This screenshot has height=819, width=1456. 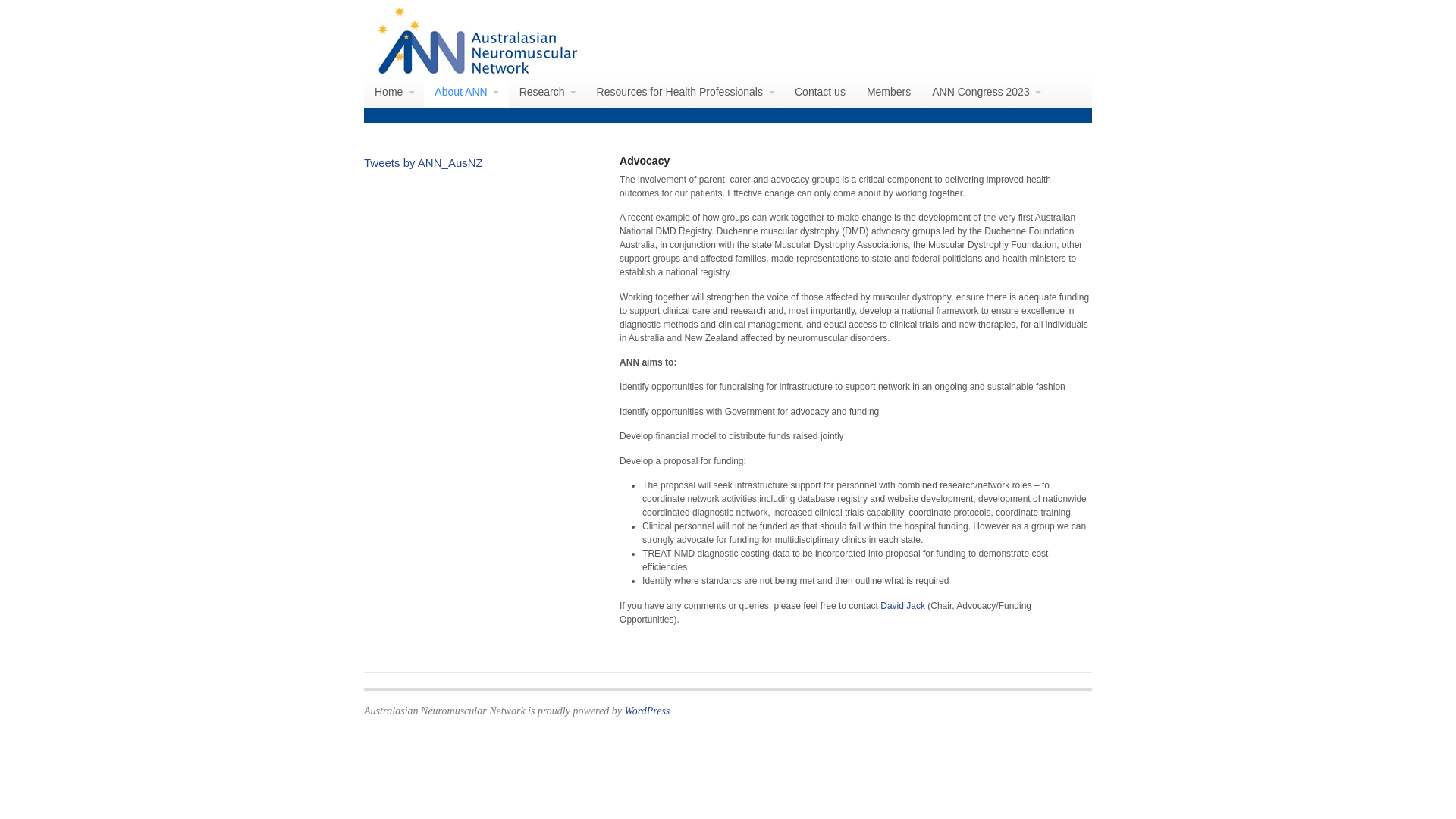 I want to click on 'Research', so click(x=546, y=91).